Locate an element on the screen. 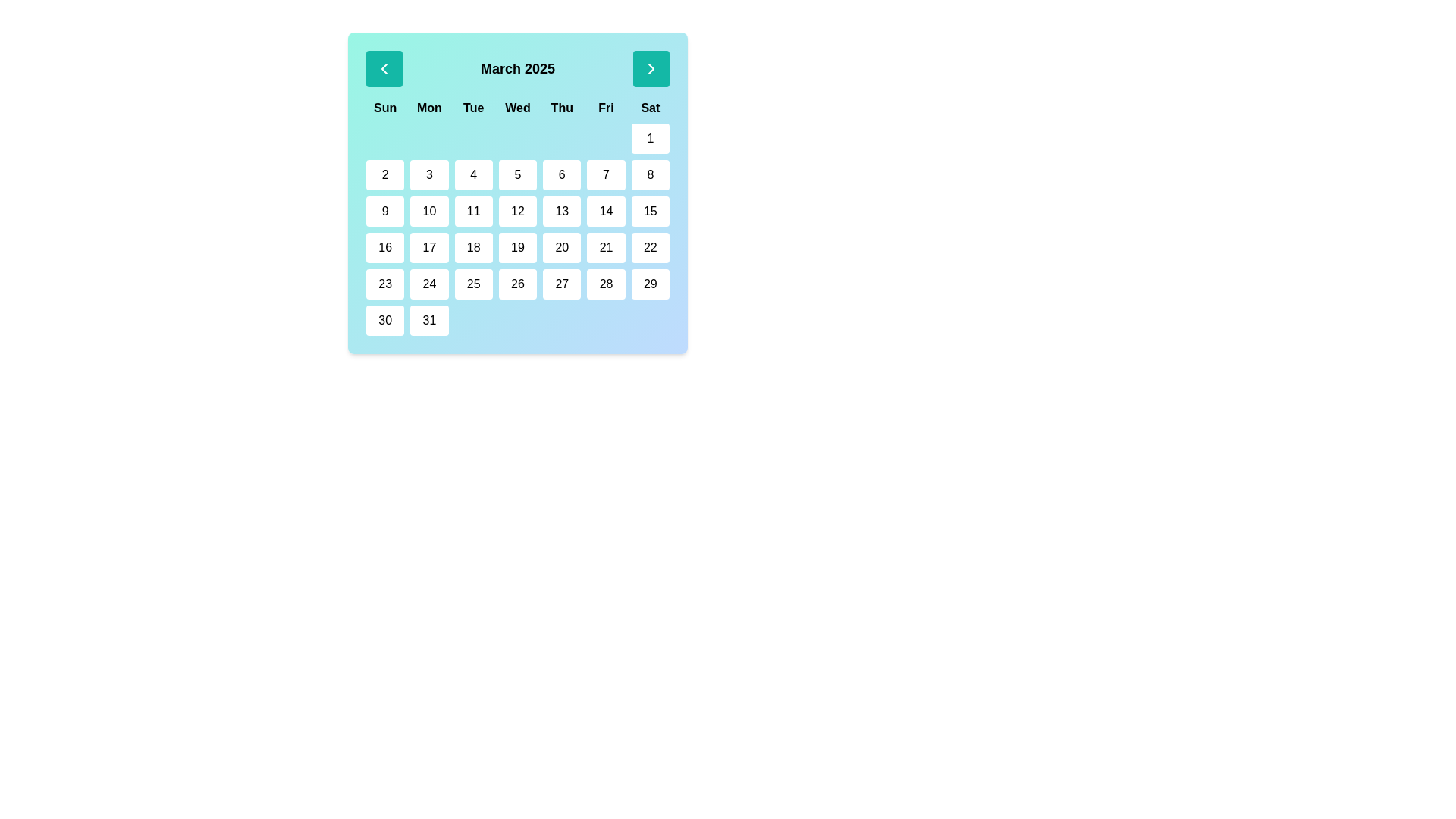  the square white button with rounded corners labeled '31' in the bottom row of the calendar grid is located at coordinates (428, 320).